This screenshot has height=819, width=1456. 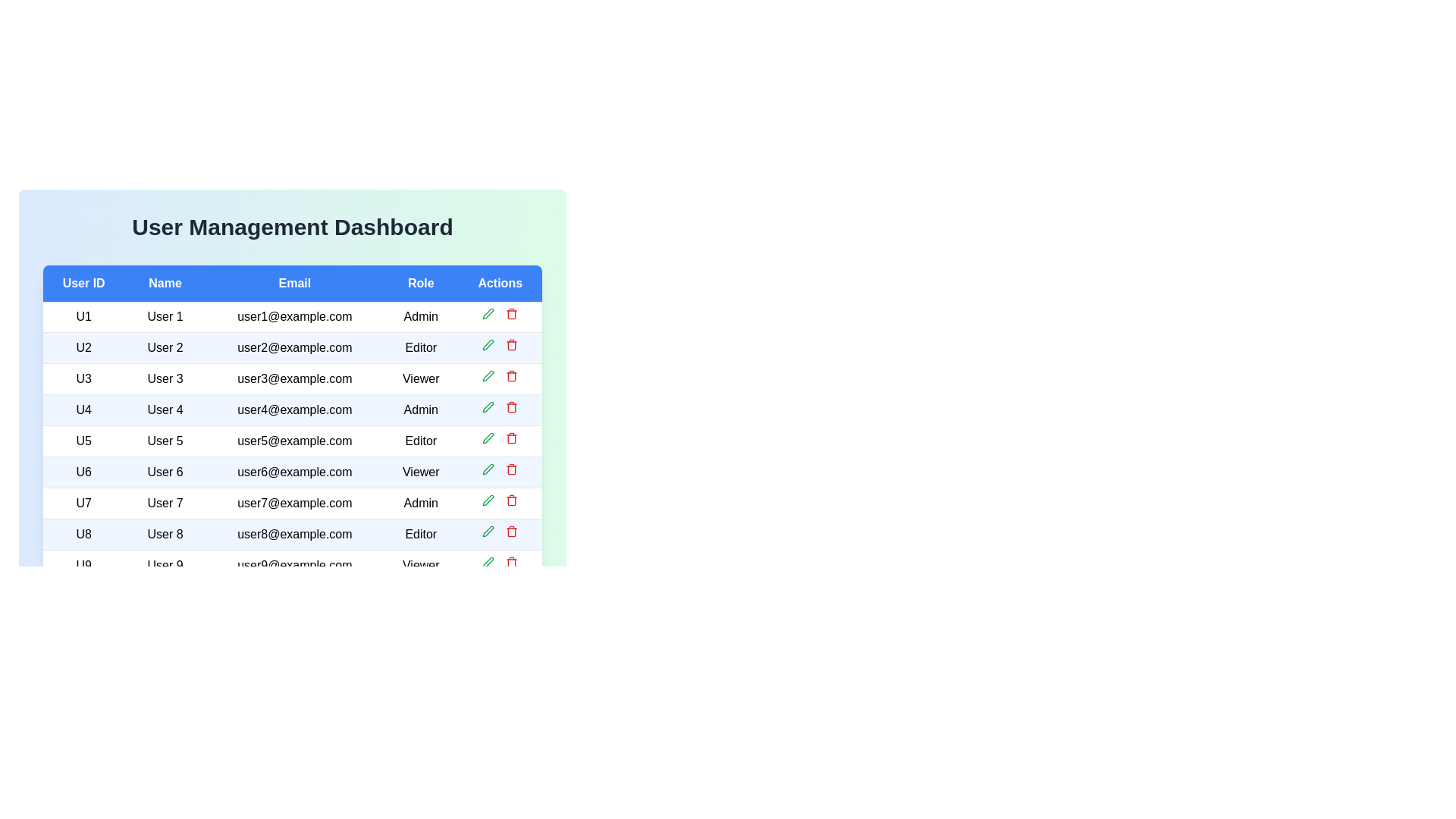 What do you see at coordinates (512, 531) in the screenshot?
I see `delete button for the user with ID U8` at bounding box center [512, 531].